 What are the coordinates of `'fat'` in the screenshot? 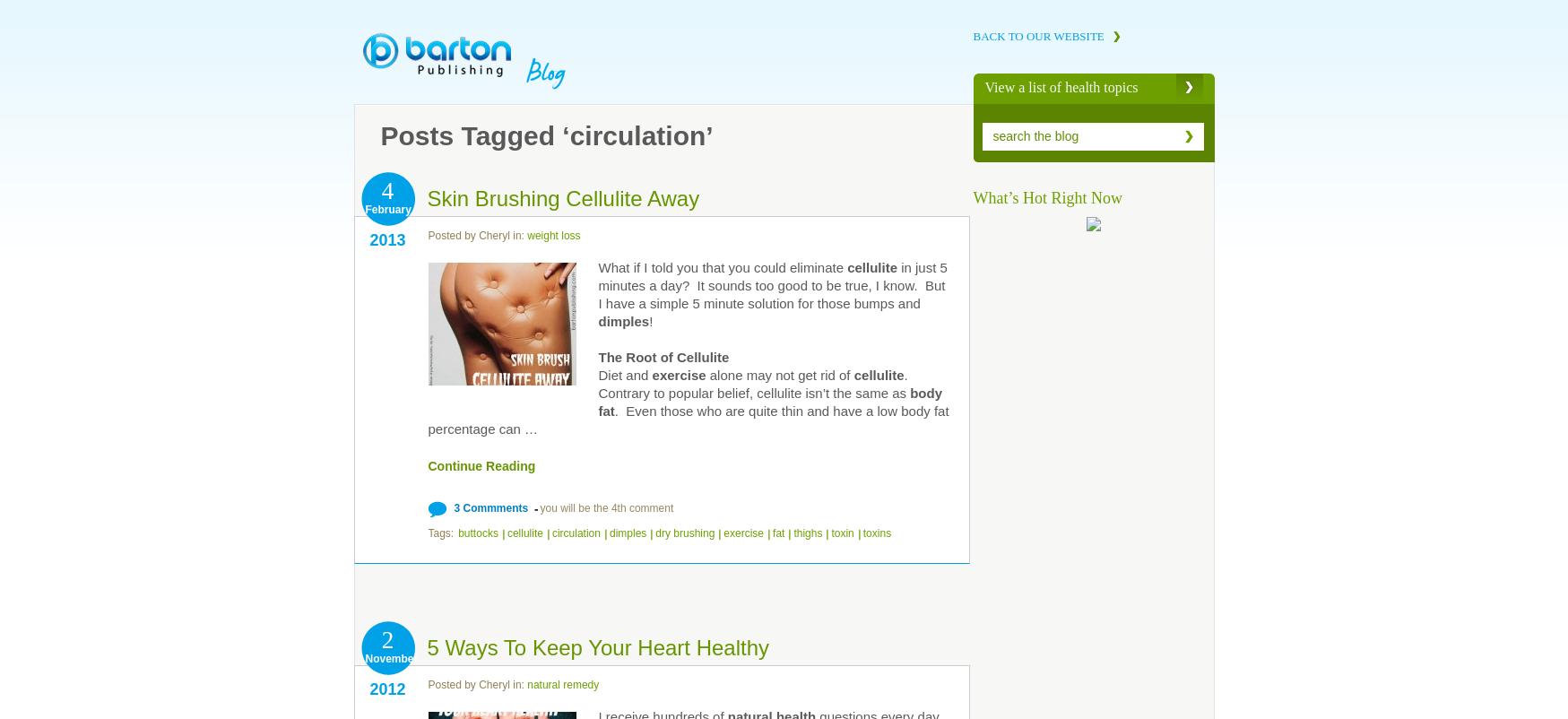 It's located at (777, 533).